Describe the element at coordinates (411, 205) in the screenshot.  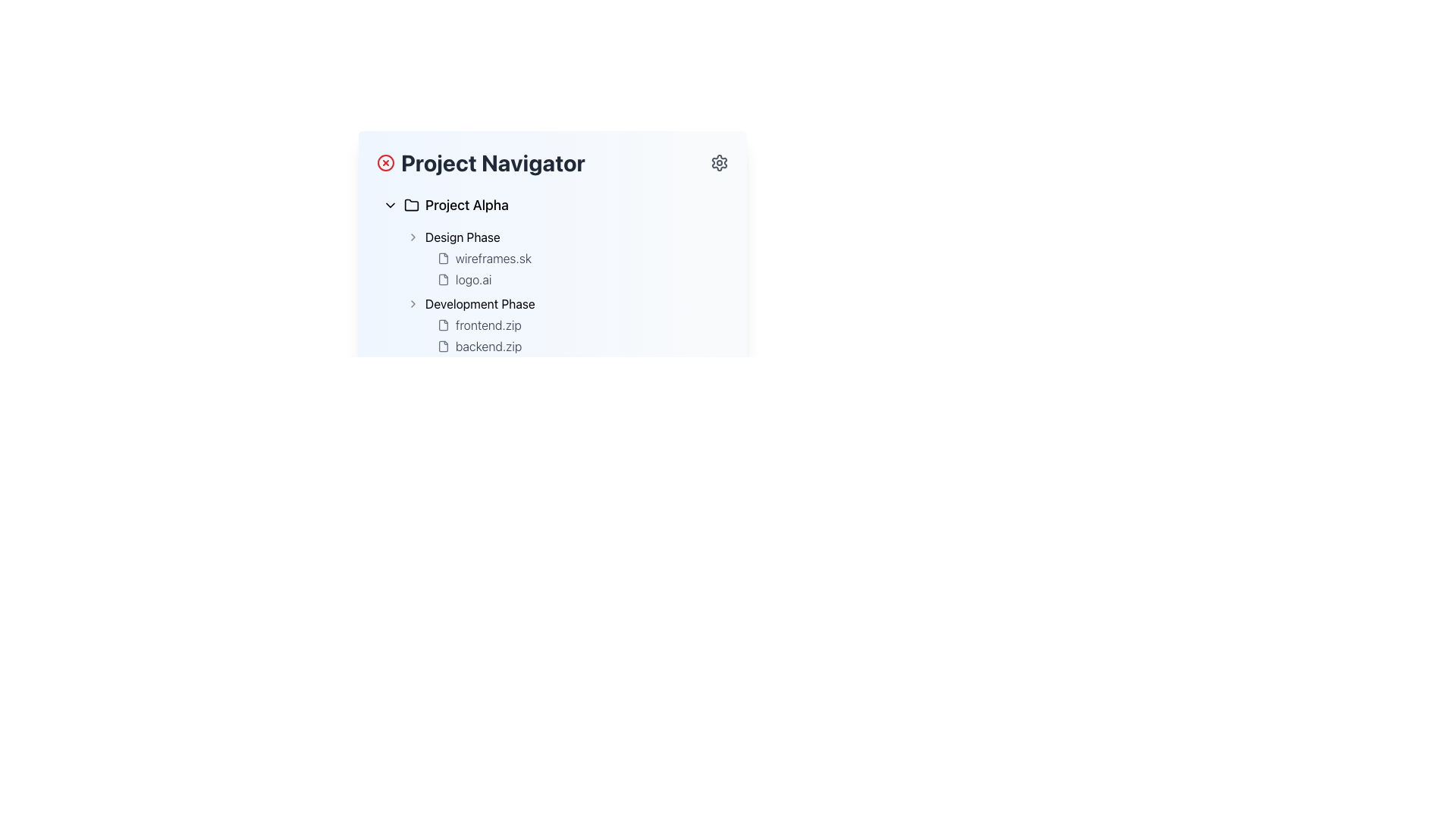
I see `the folder icon associated with 'Project Alpha', located left of the label in the project hierarchy display` at that location.